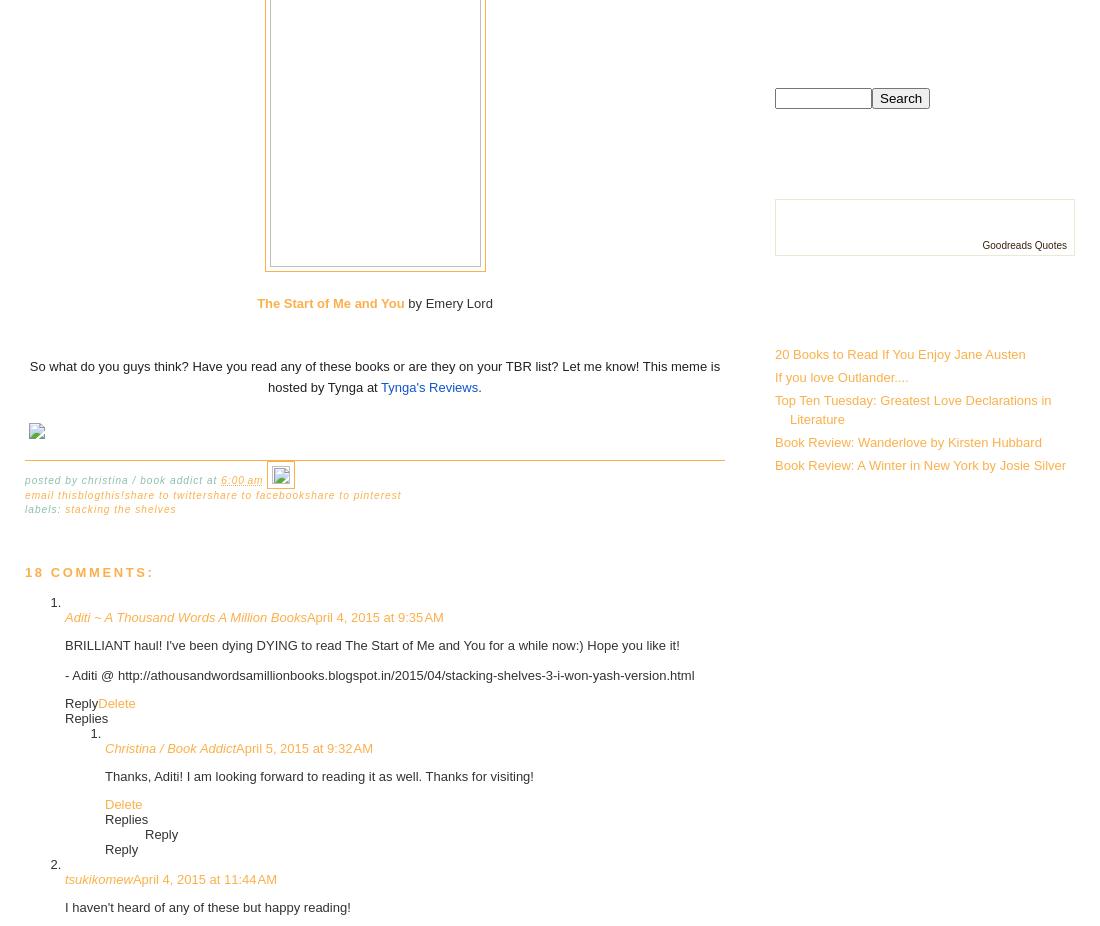 This screenshot has height=926, width=1100. Describe the element at coordinates (43, 507) in the screenshot. I see `'Labels:'` at that location.